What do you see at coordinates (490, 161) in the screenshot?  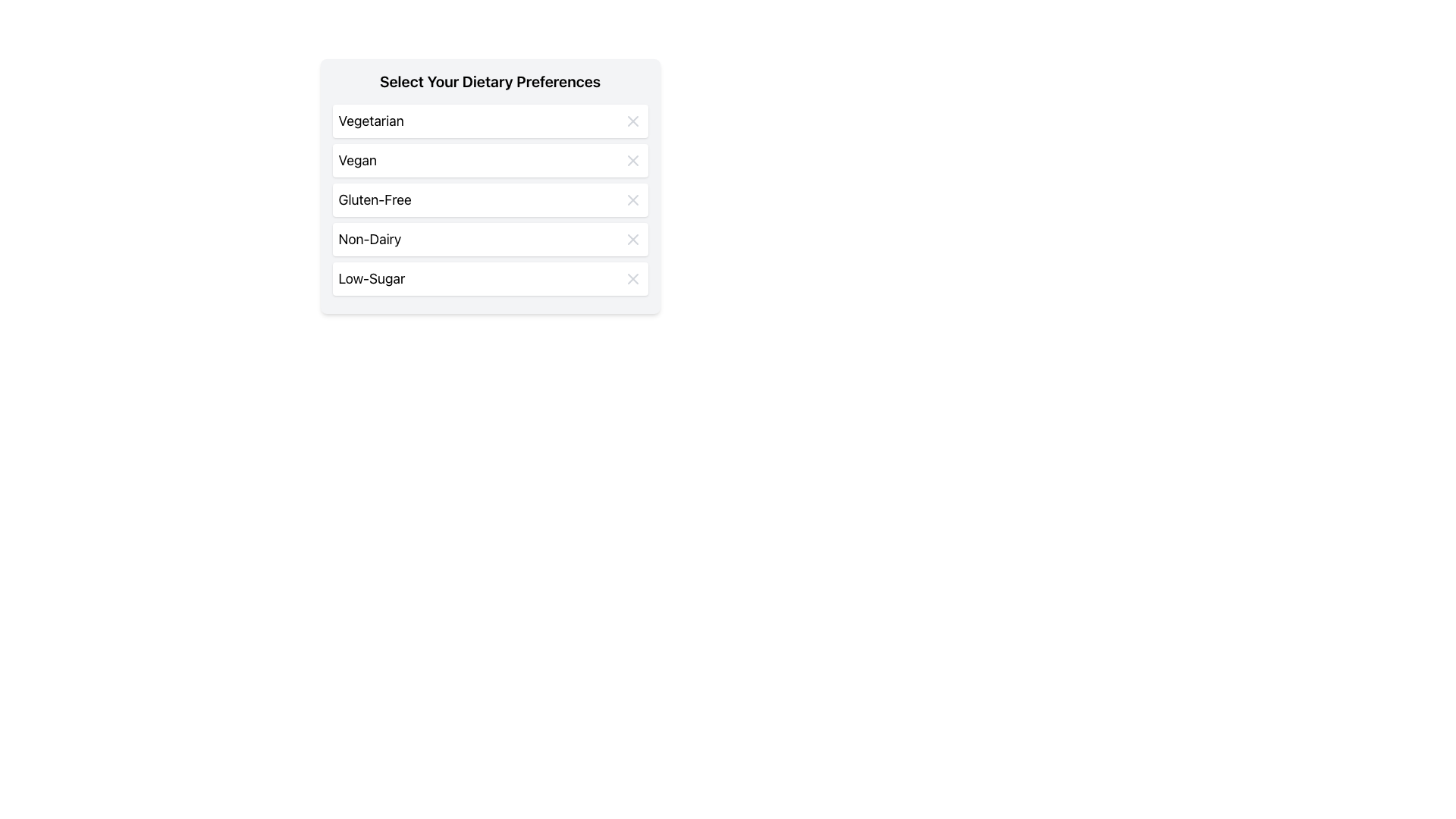 I see `the 'Vegan' list item button` at bounding box center [490, 161].